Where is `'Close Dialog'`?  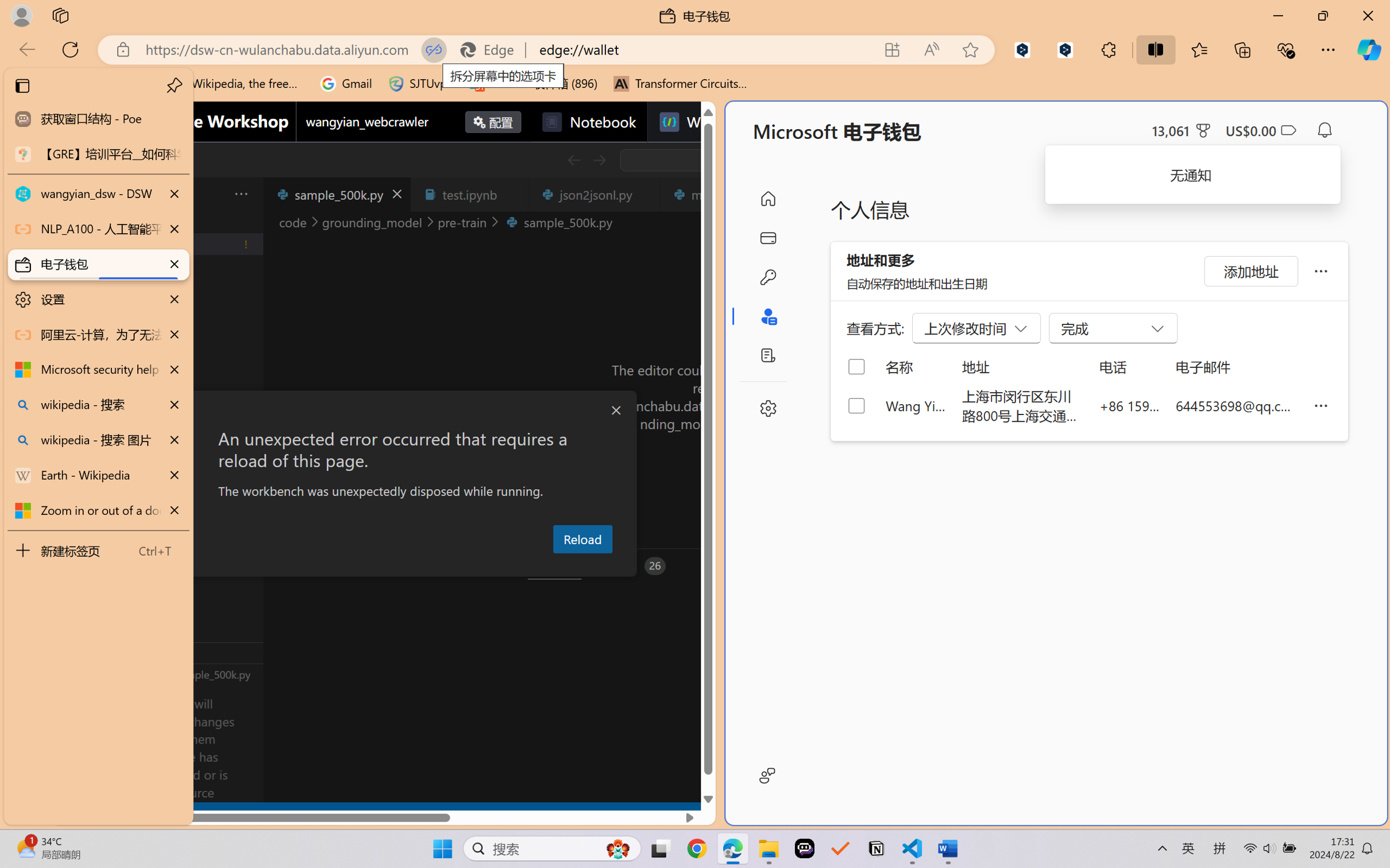 'Close Dialog' is located at coordinates (616, 410).